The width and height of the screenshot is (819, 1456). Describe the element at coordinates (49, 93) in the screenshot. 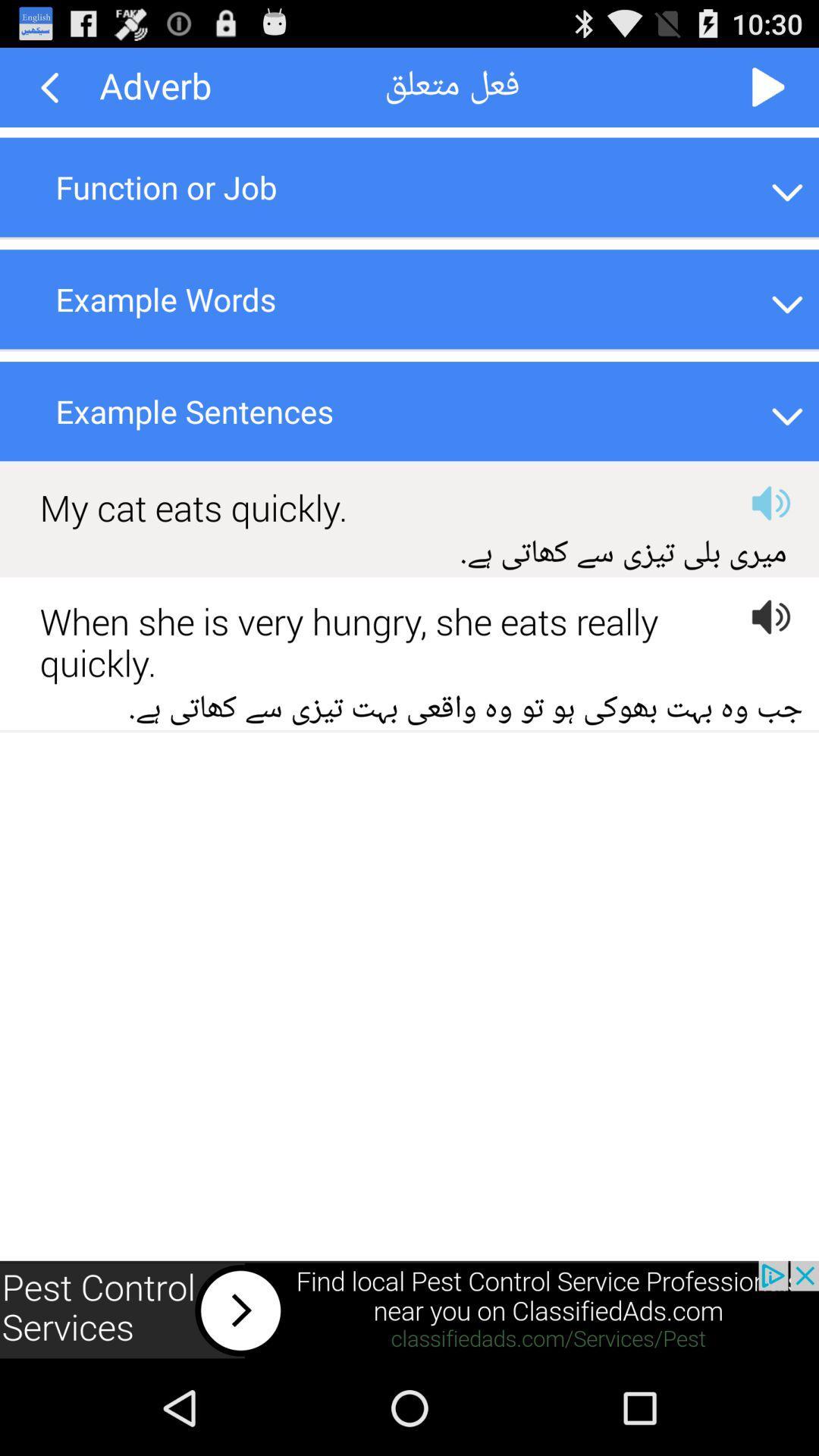

I see `the arrow_backward icon` at that location.